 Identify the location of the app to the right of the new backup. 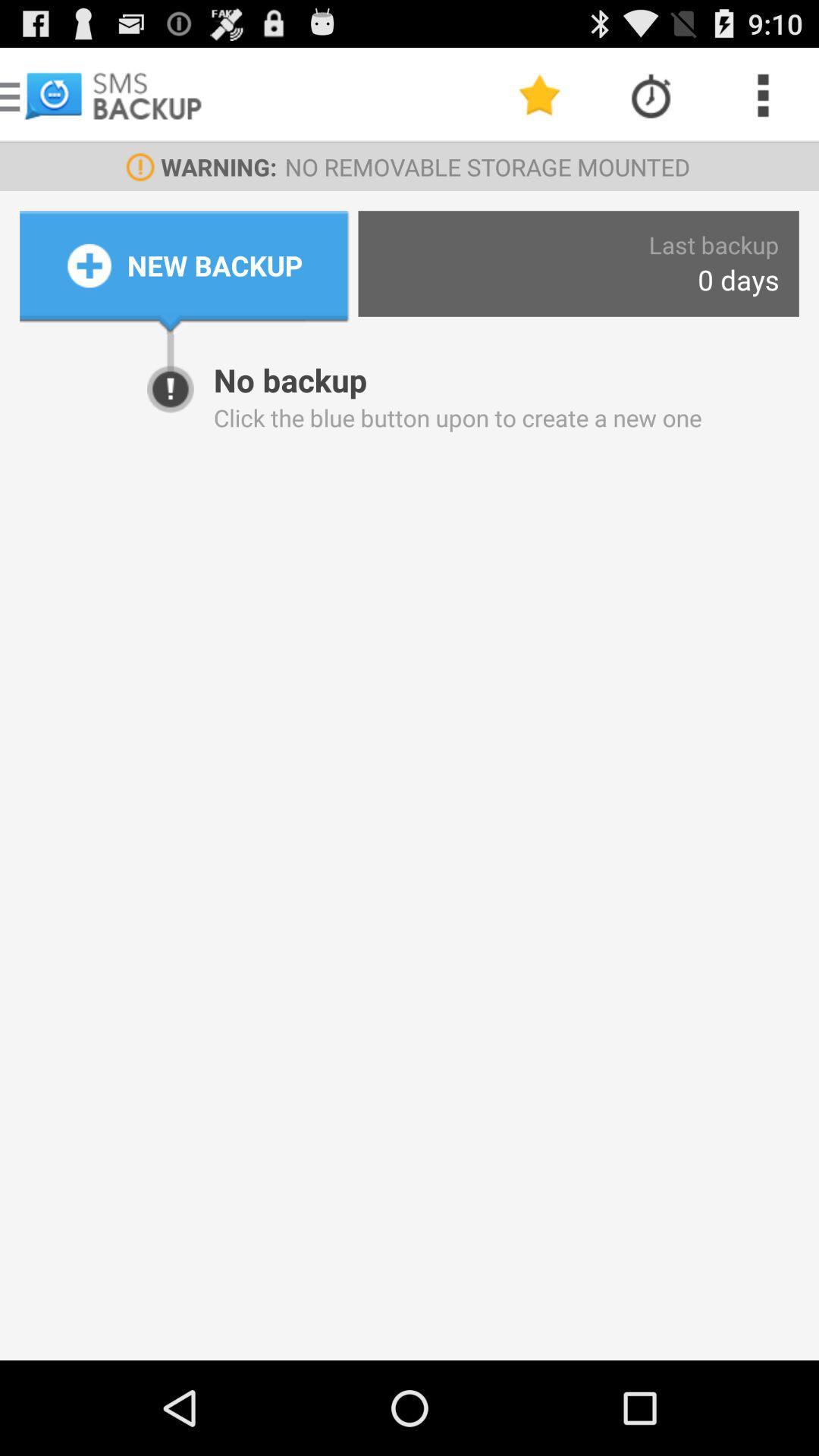
(714, 244).